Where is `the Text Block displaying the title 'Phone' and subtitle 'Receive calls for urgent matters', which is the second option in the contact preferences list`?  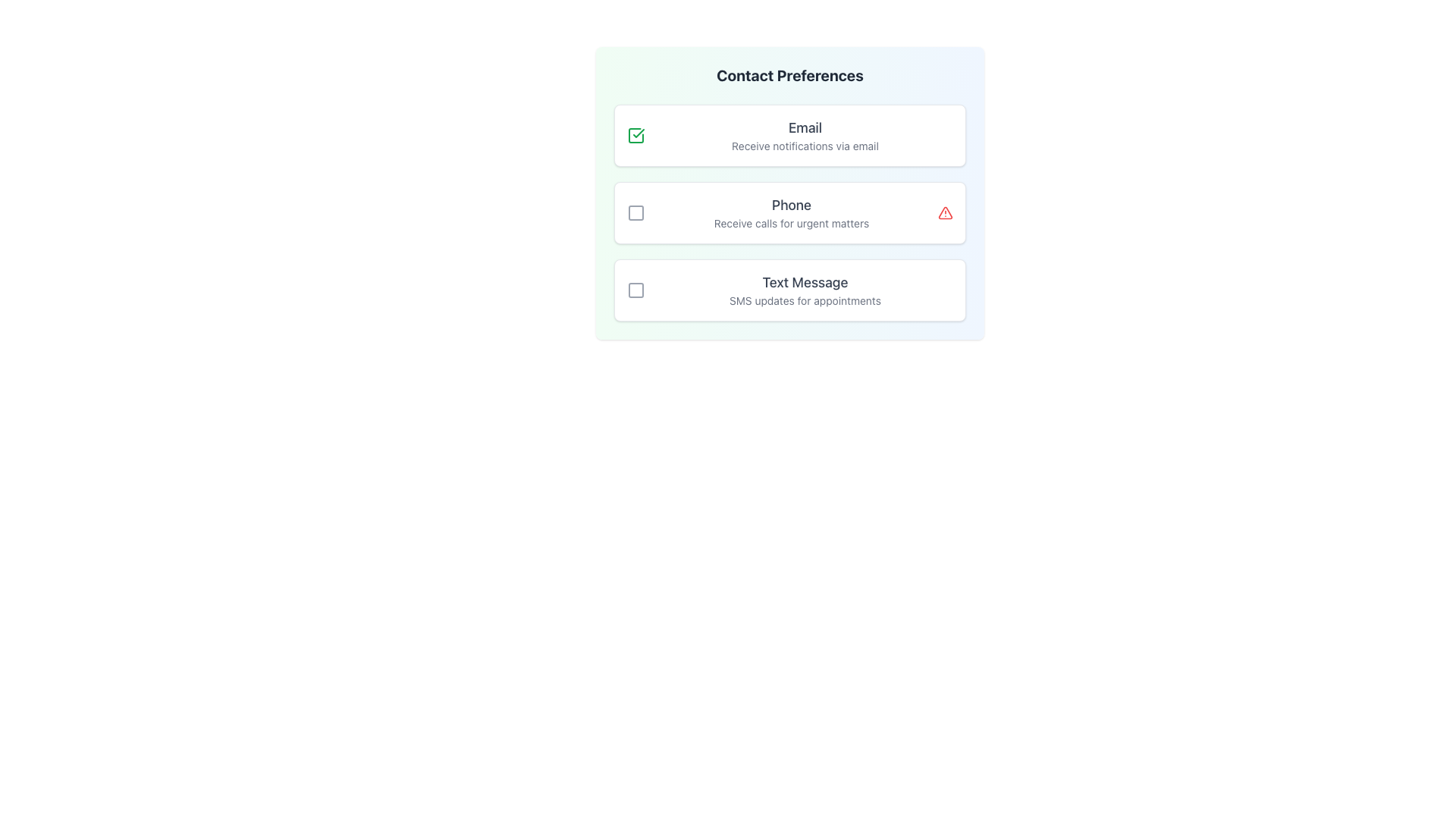
the Text Block displaying the title 'Phone' and subtitle 'Receive calls for urgent matters', which is the second option in the contact preferences list is located at coordinates (790, 213).